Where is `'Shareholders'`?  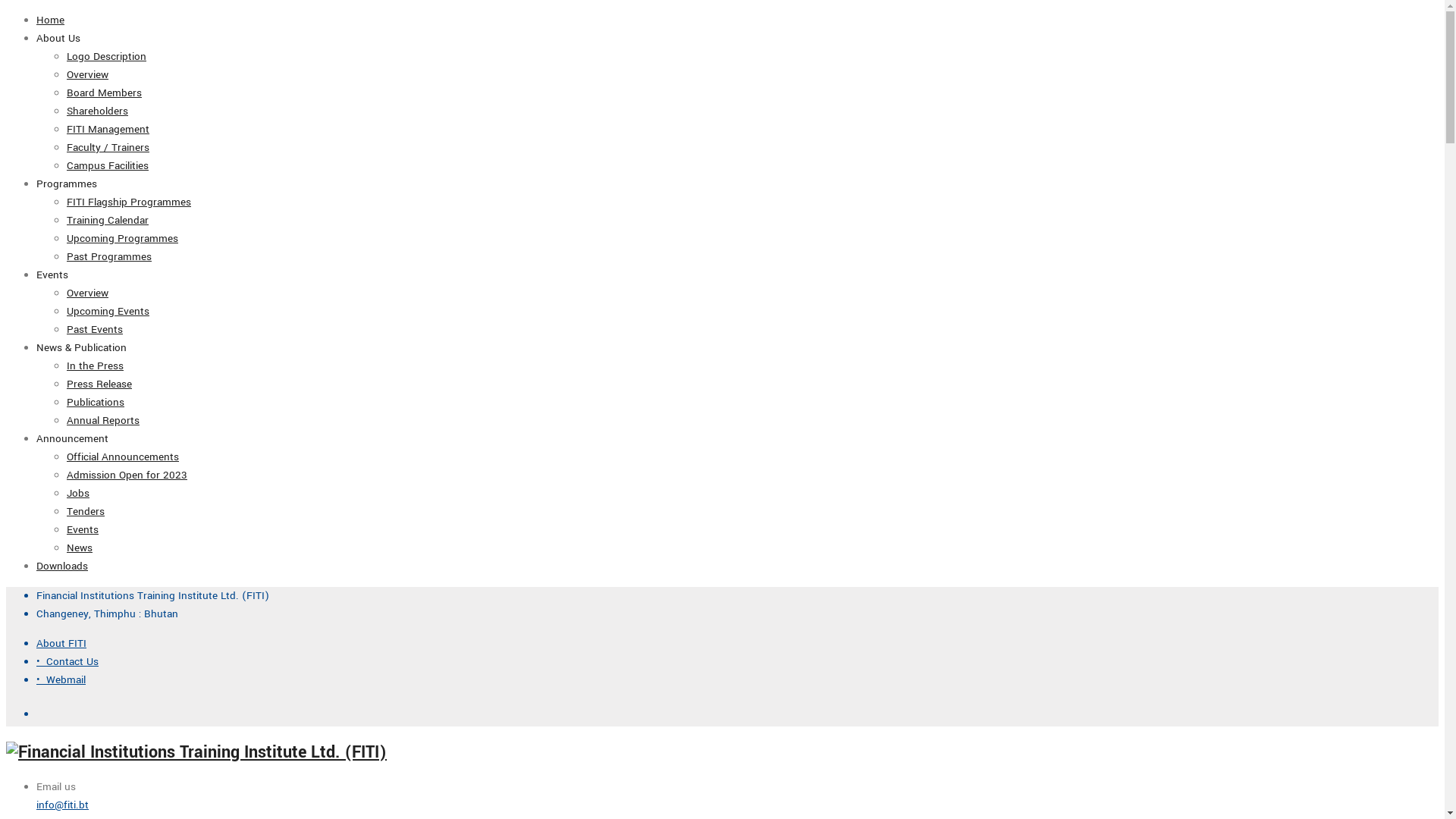
'Shareholders' is located at coordinates (96, 110).